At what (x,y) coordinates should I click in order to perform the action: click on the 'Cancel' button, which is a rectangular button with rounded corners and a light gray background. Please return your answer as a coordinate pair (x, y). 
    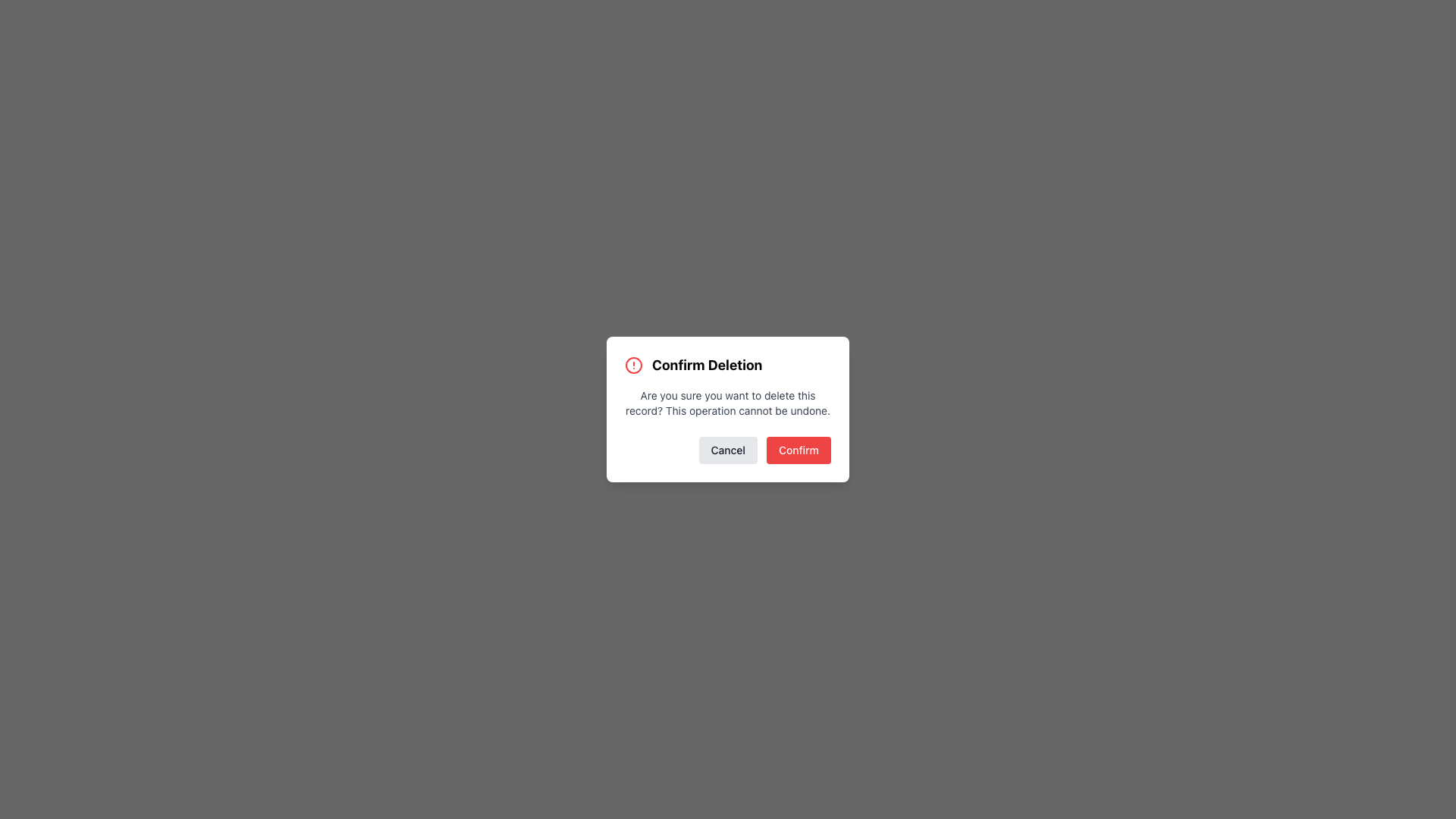
    Looking at the image, I should click on (728, 450).